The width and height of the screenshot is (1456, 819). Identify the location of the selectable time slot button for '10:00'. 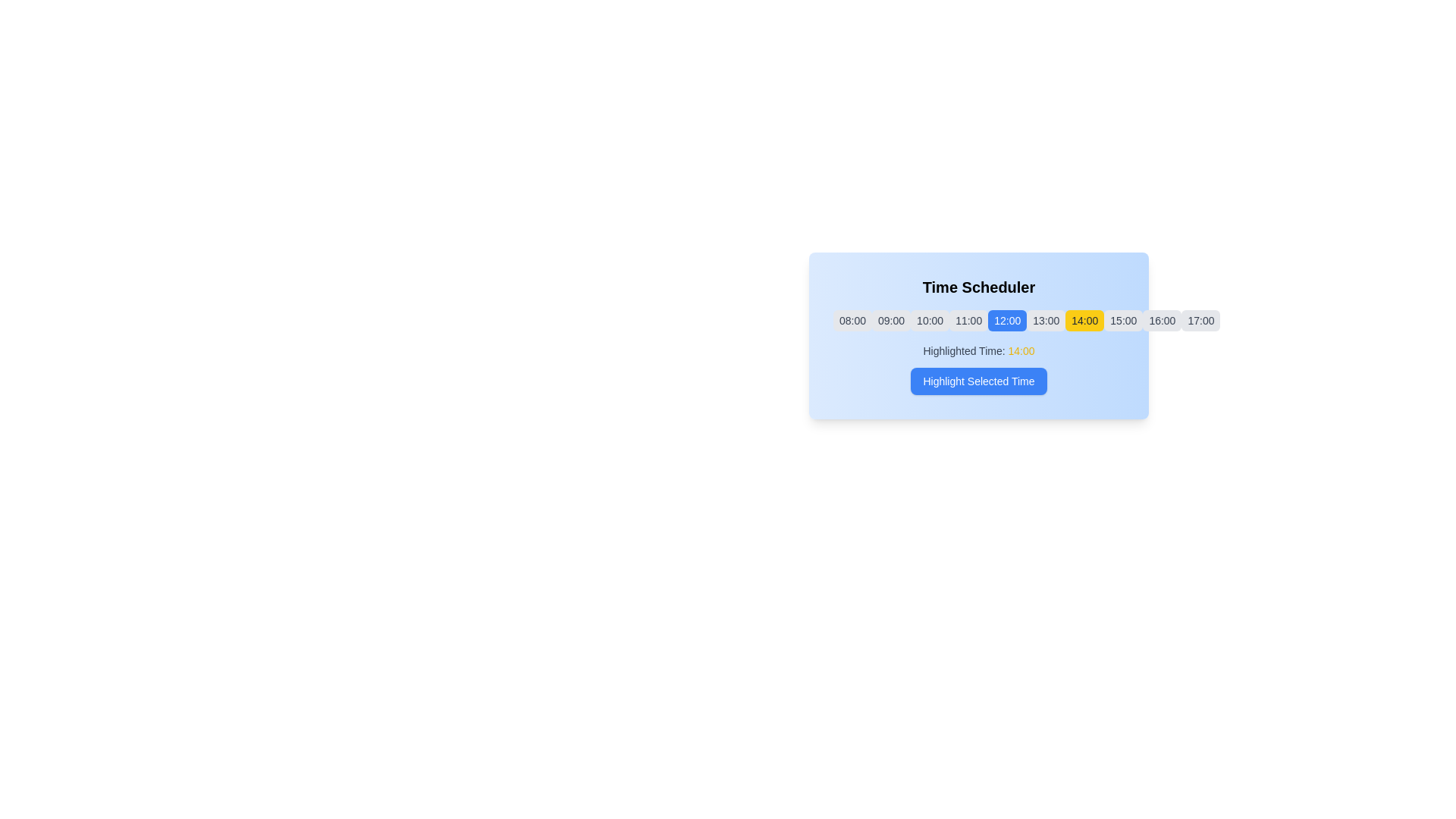
(929, 320).